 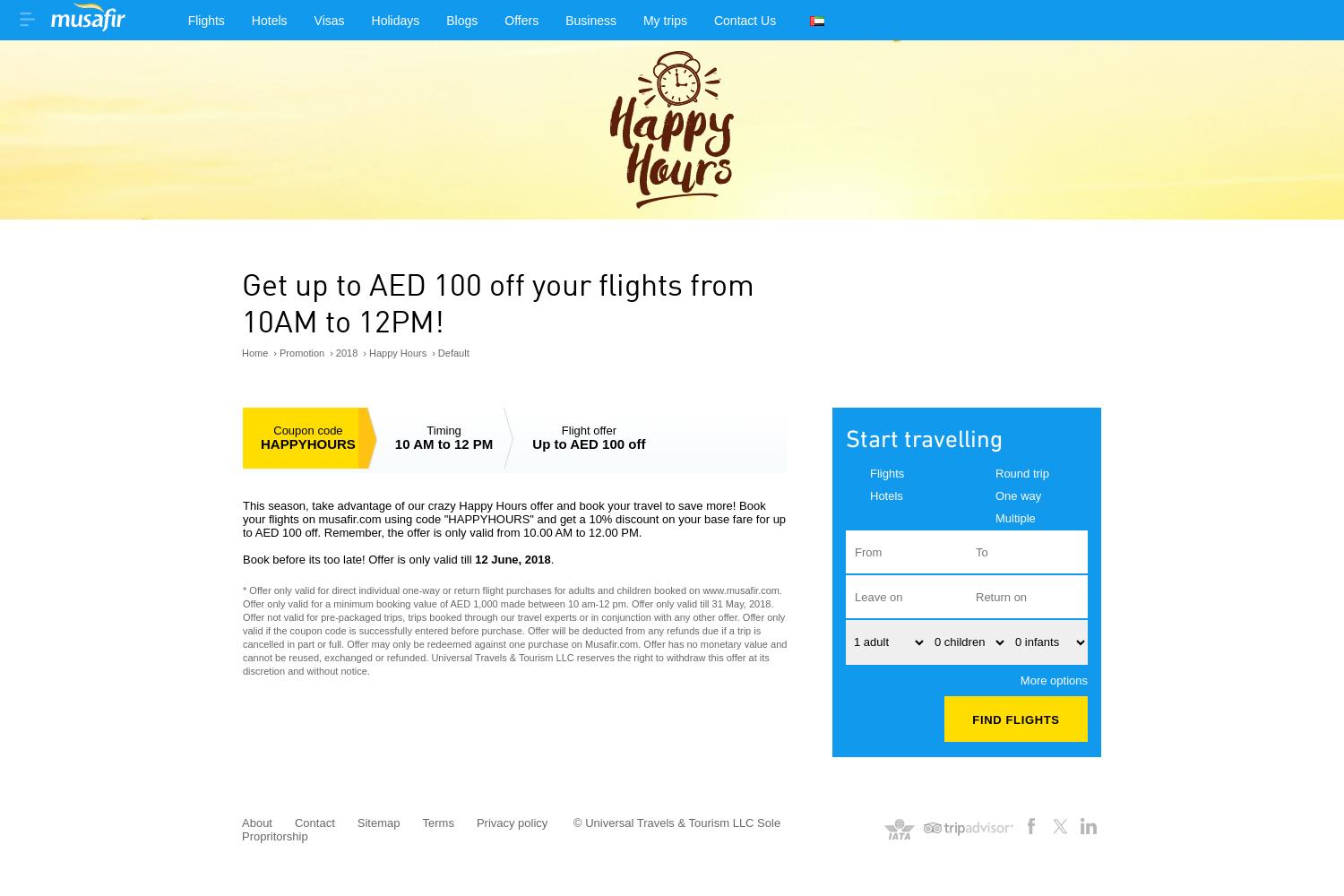 I want to click on 'Up to AED 100 off', so click(x=531, y=442).